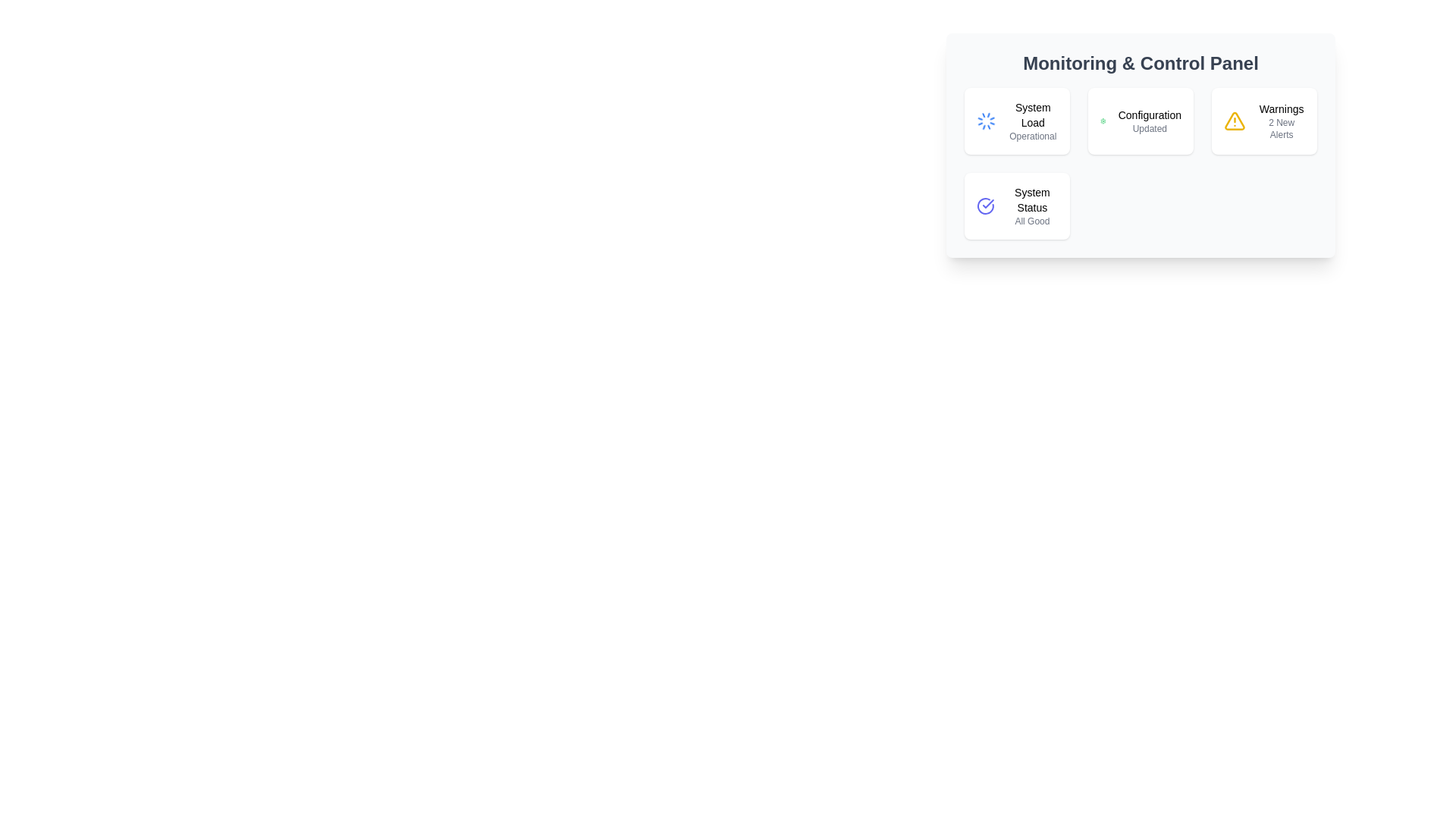 This screenshot has width=1456, height=819. What do you see at coordinates (1032, 114) in the screenshot?
I see `the 'System Load' label in the top-left card of the 'Monitoring & Control Panel' section` at bounding box center [1032, 114].